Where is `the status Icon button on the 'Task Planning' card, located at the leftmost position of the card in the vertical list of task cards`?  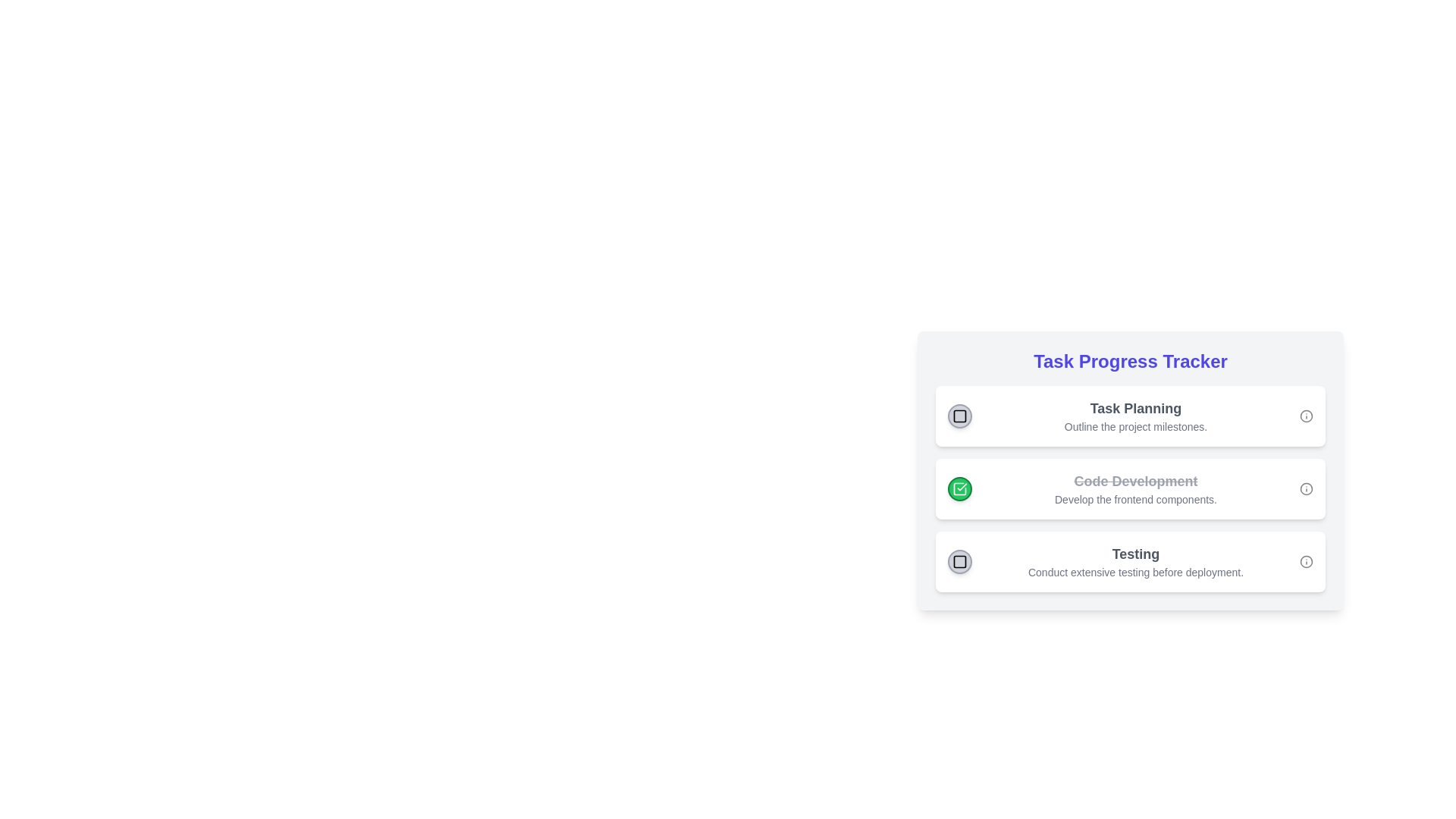 the status Icon button on the 'Task Planning' card, located at the leftmost position of the card in the vertical list of task cards is located at coordinates (959, 416).